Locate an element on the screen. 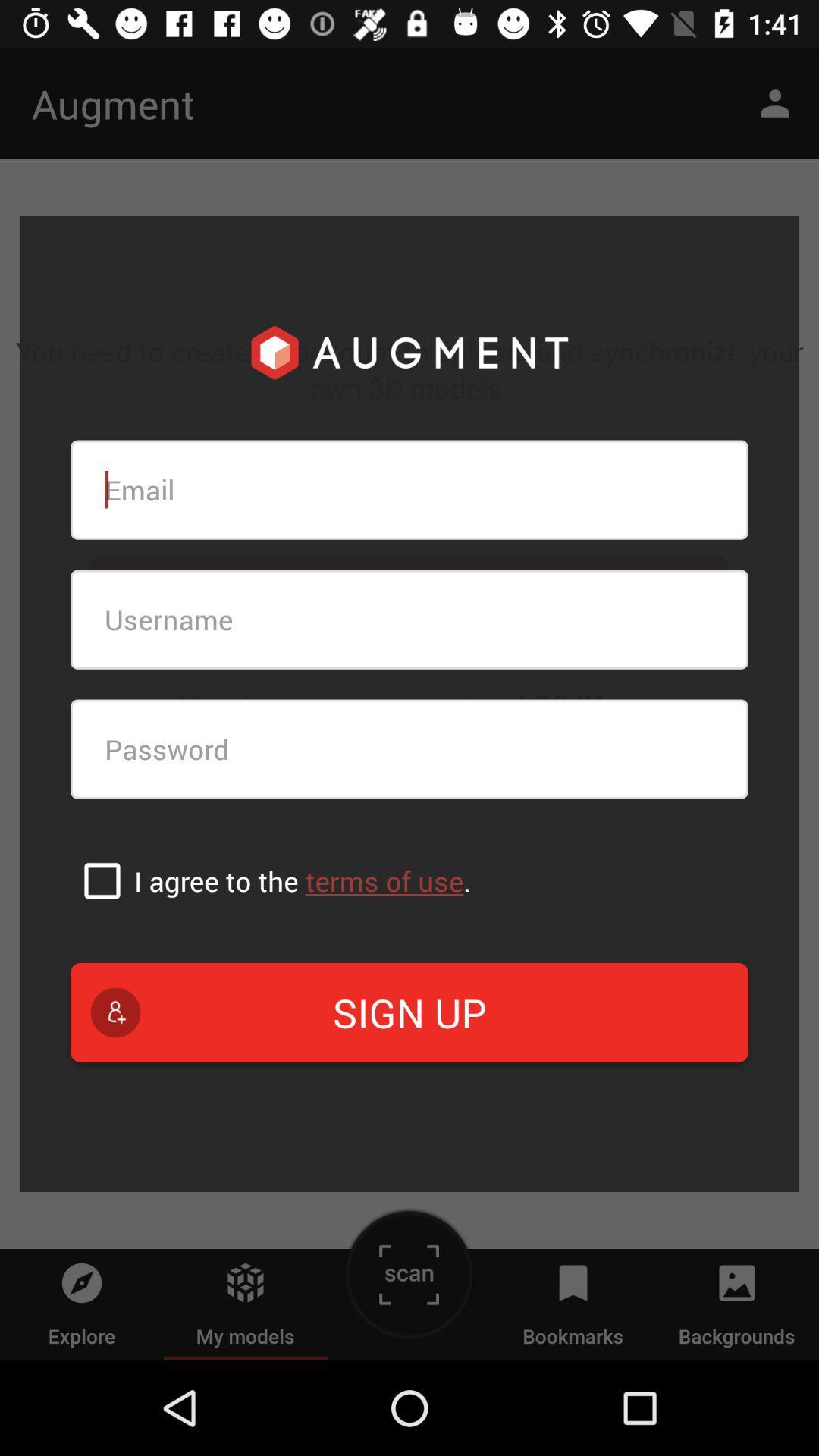  icon on the left is located at coordinates (102, 880).